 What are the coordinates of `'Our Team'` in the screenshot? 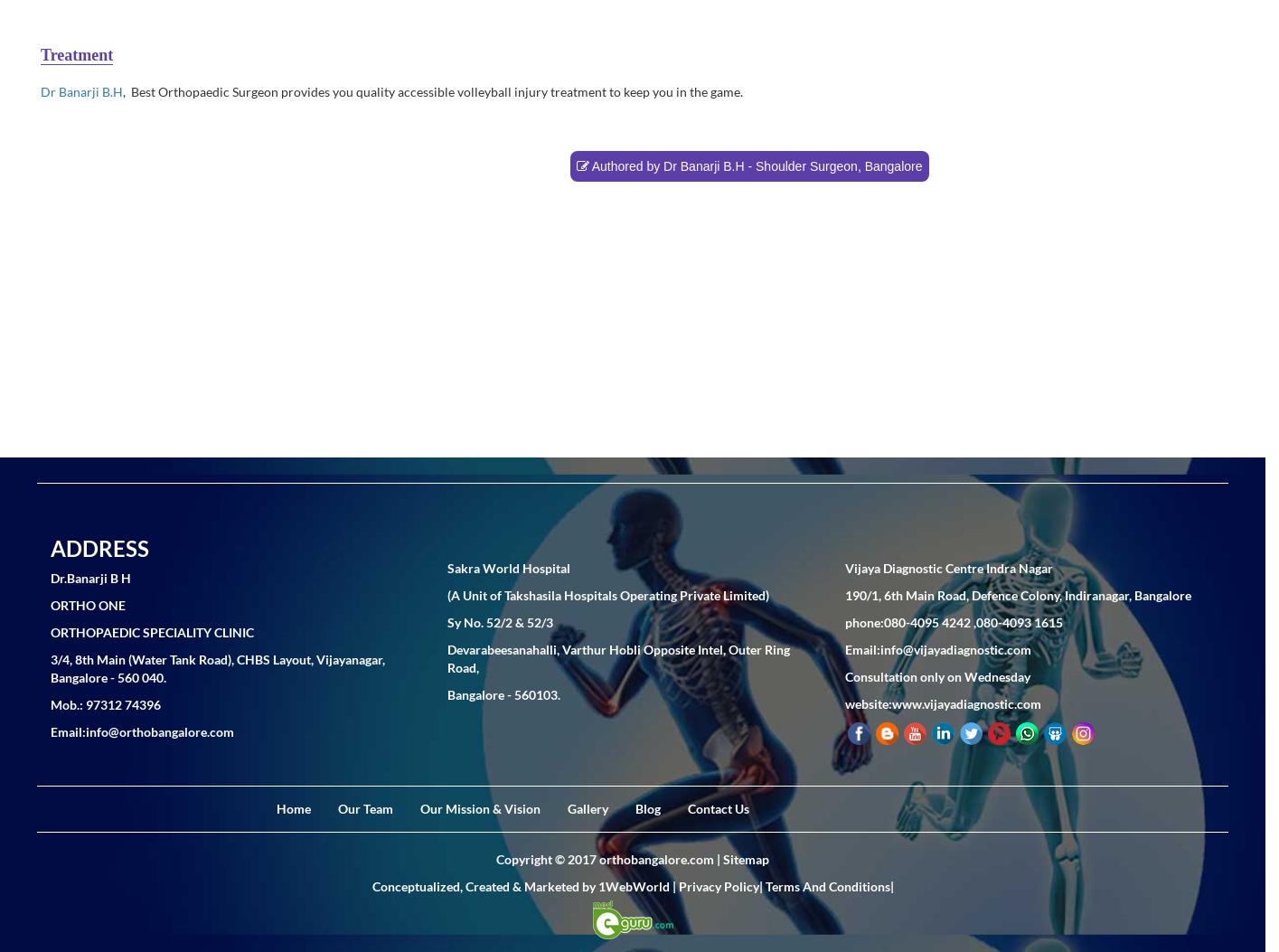 It's located at (363, 807).